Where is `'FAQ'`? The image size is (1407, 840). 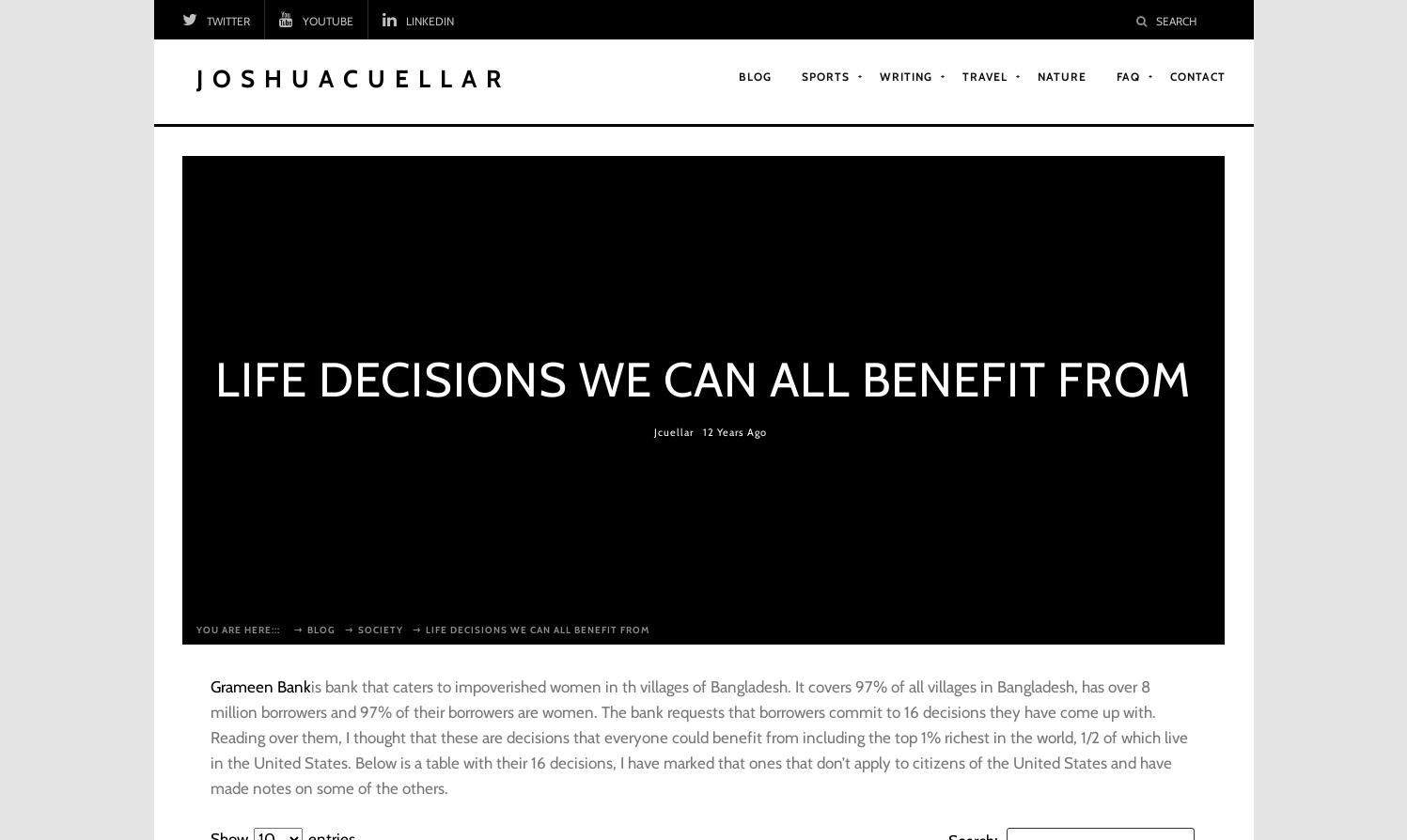
'FAQ' is located at coordinates (1116, 75).